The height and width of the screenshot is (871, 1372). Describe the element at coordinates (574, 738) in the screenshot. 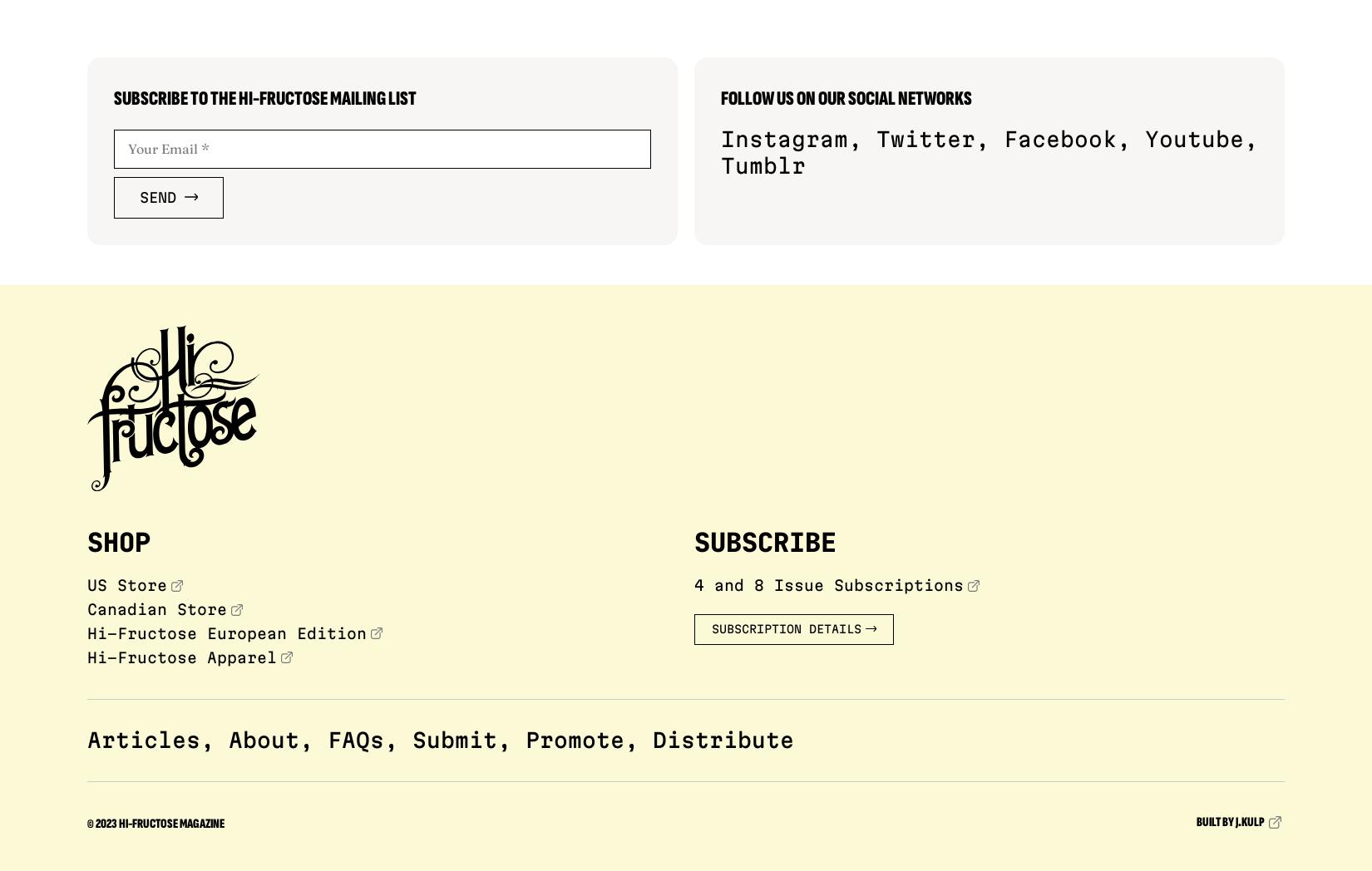

I see `'Promote'` at that location.